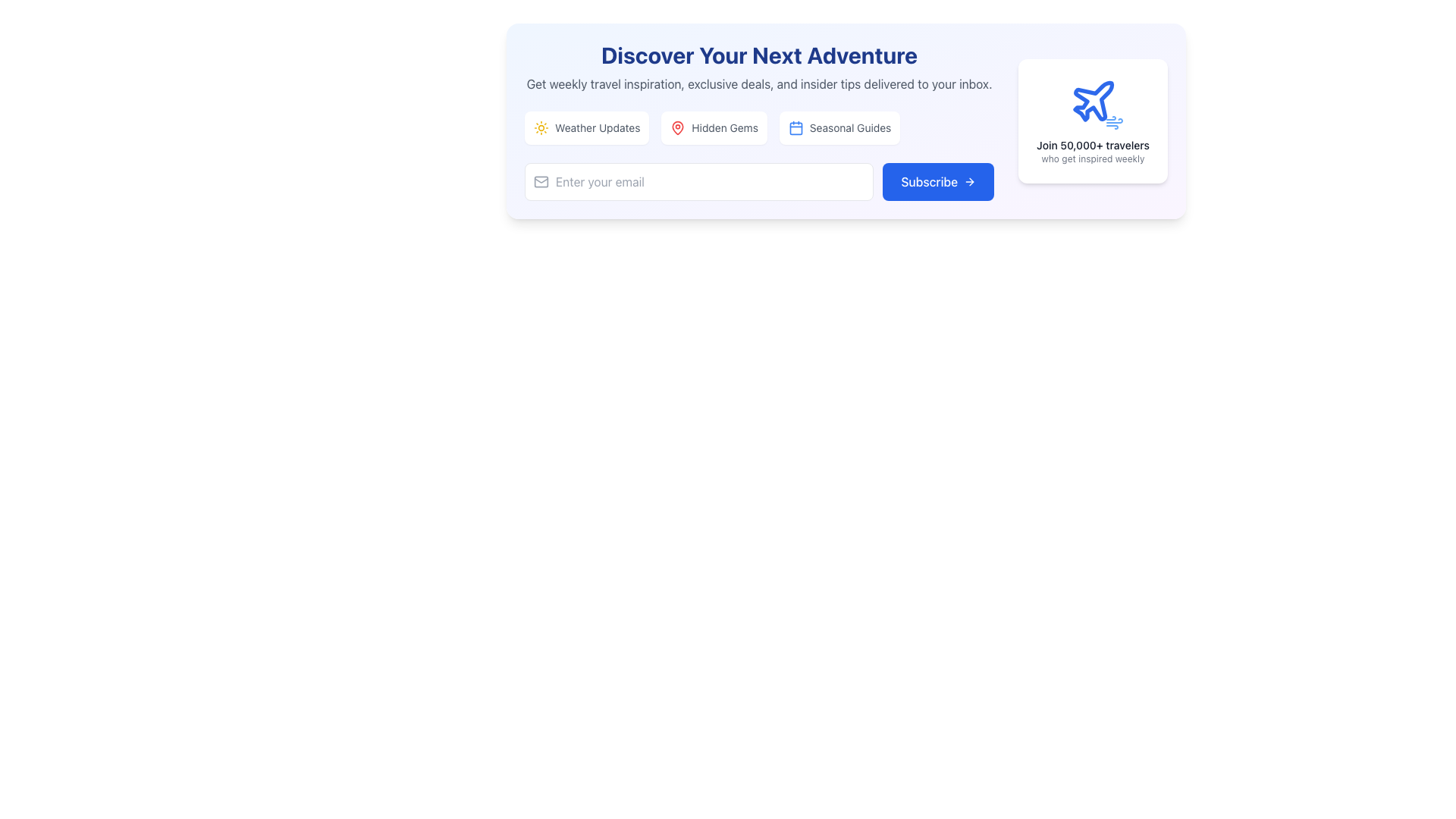  Describe the element at coordinates (1114, 122) in the screenshot. I see `the decorative icon located in the bottom right corner of the section containing the plane icon and the text 'Join 50,000+ travelers who get inspired weekly'` at that location.